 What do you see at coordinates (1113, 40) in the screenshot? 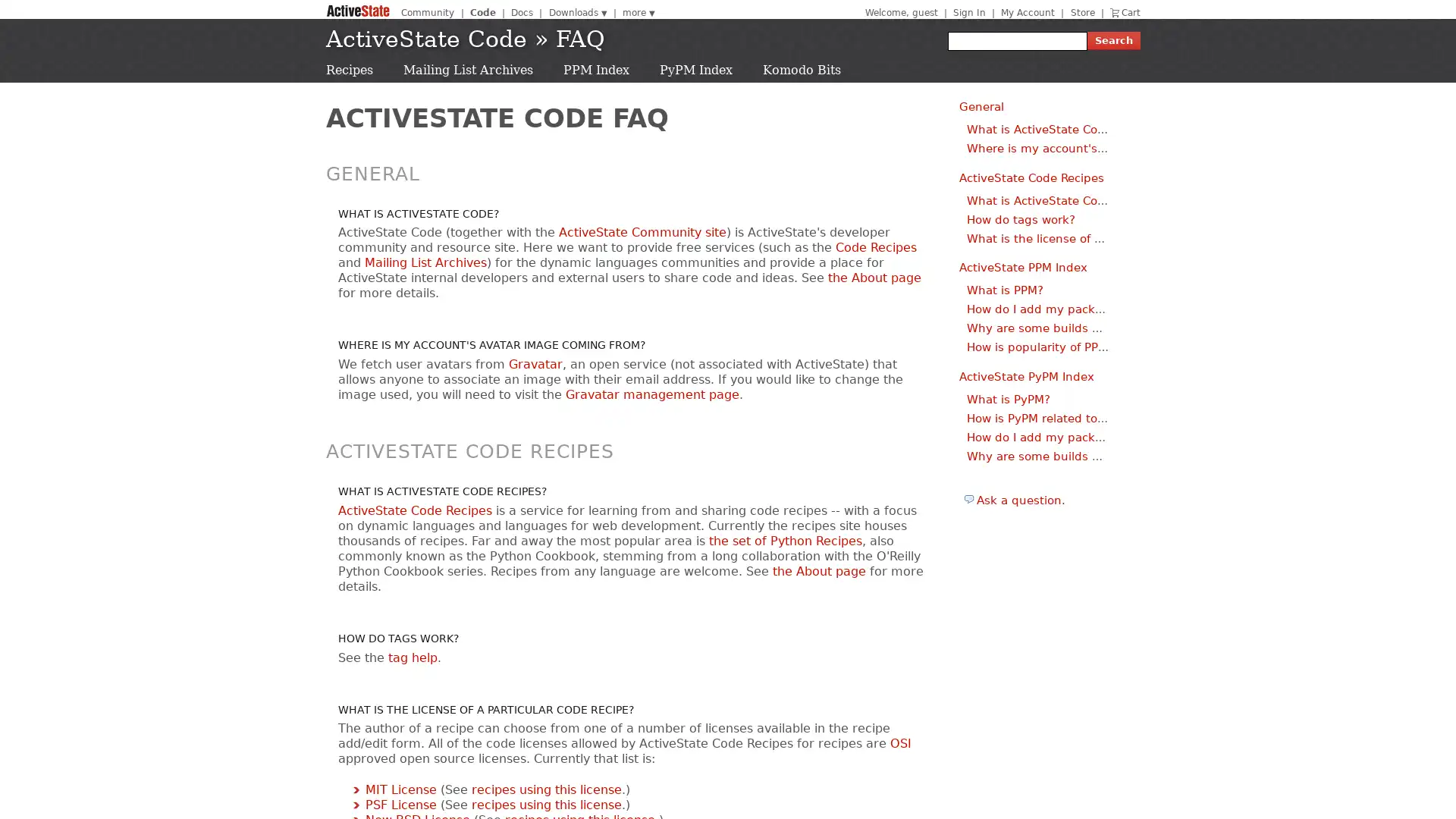
I see `Search` at bounding box center [1113, 40].